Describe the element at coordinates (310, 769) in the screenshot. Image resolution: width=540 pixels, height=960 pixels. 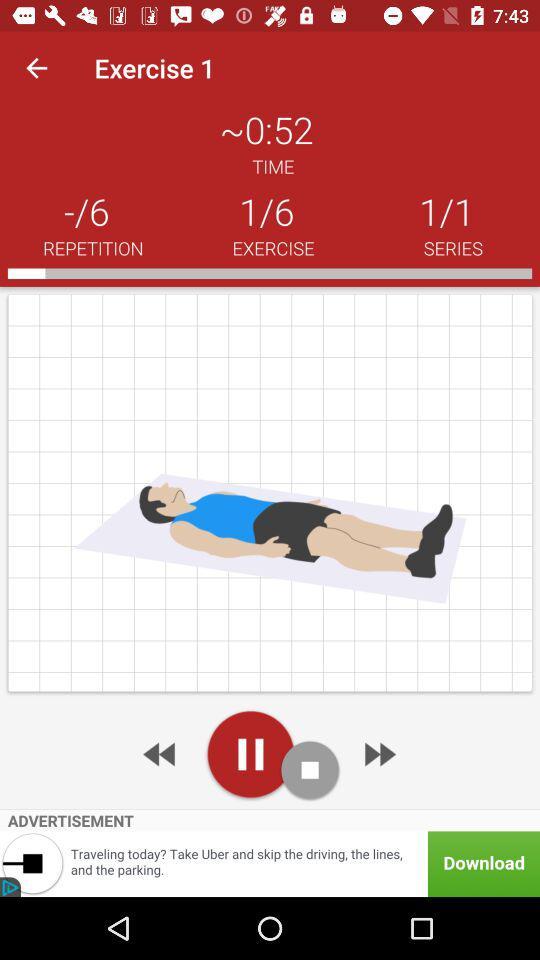
I see `stop` at that location.